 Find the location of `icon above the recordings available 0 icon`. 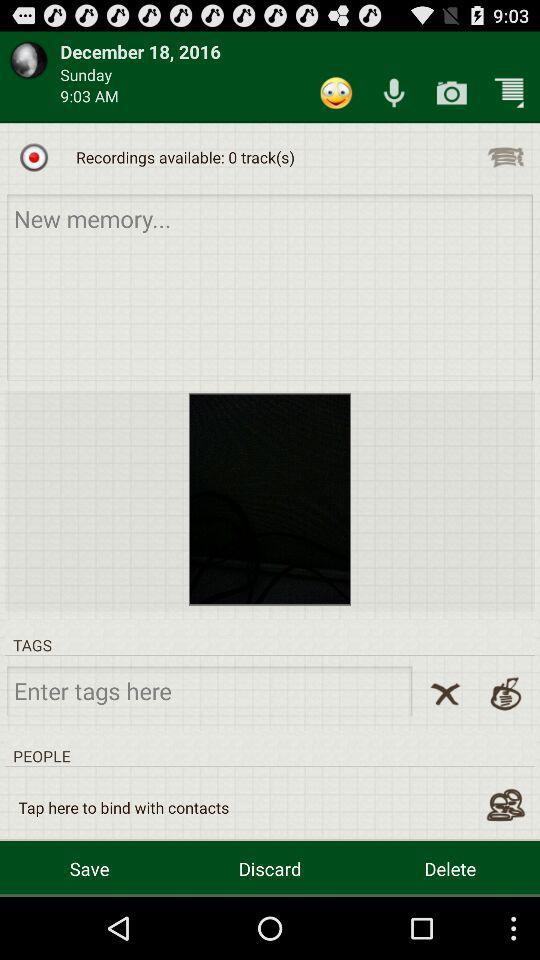

icon above the recordings available 0 icon is located at coordinates (394, 93).